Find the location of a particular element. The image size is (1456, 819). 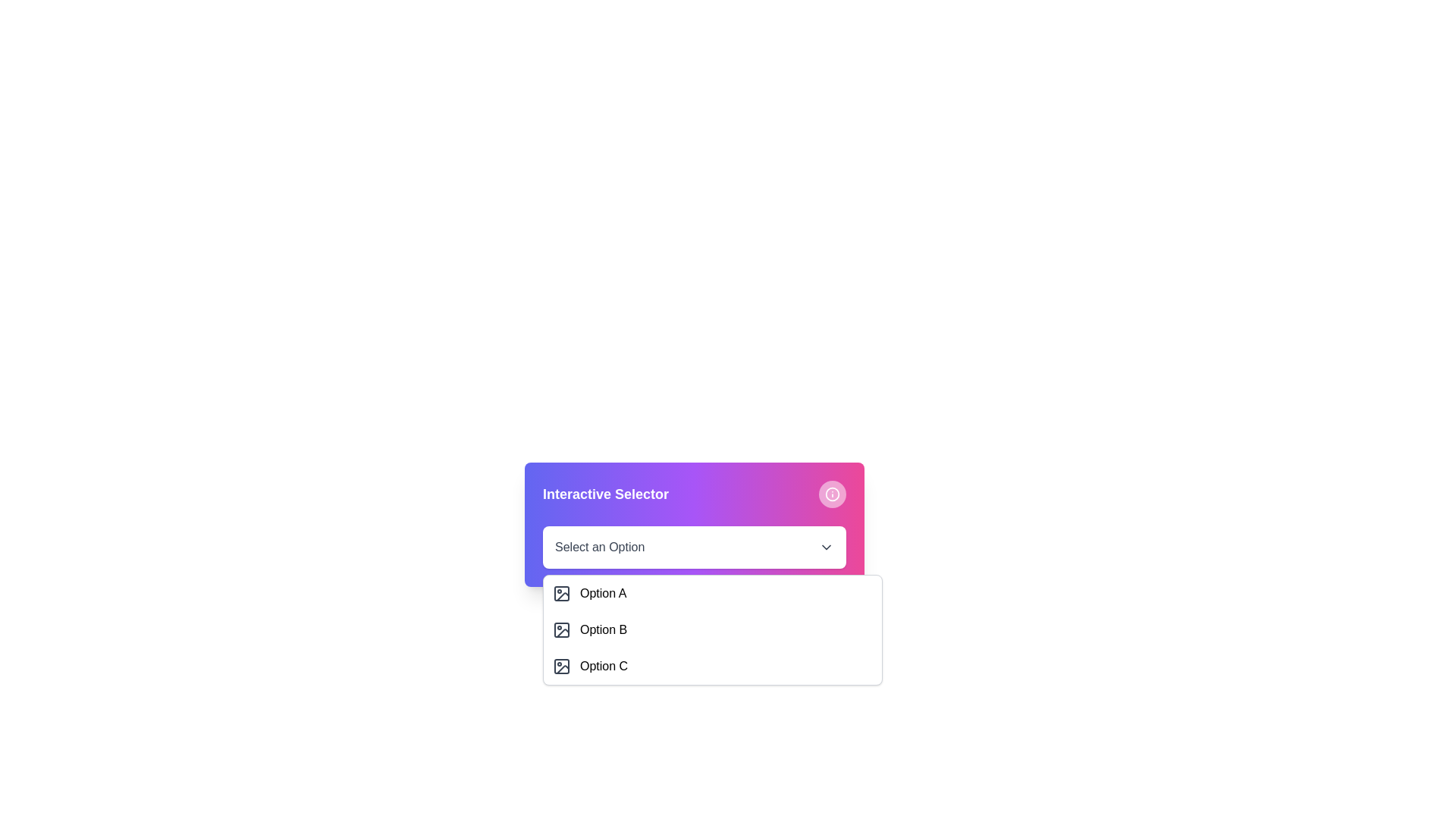

'Option B' in the dropdown menu is located at coordinates (712, 629).